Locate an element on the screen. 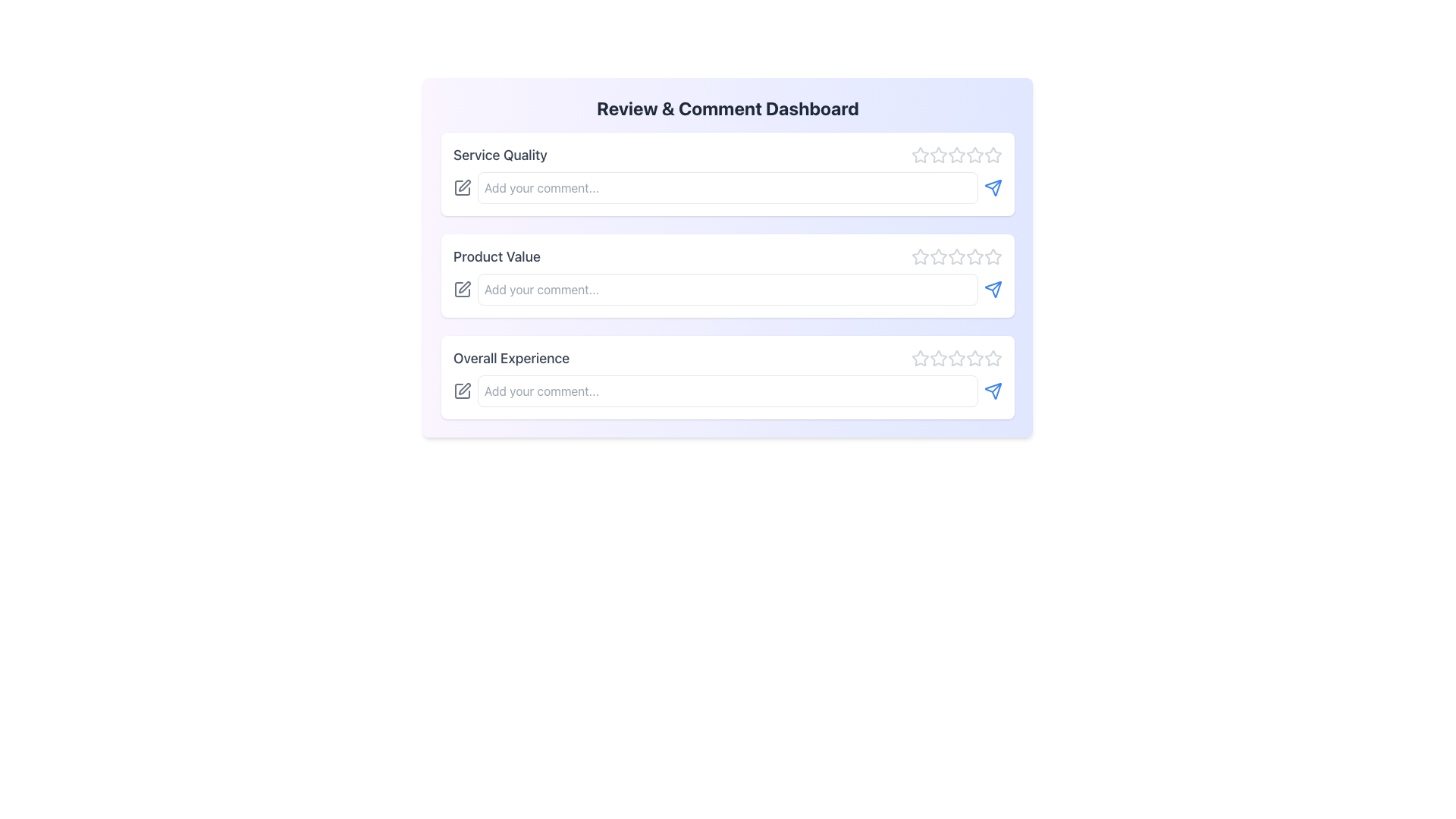 Image resolution: width=1456 pixels, height=819 pixels. the graphic icon symbolizing a pencil overlapped with a square, located adjacent to the 'Service Quality' label, intended for editing or commenting is located at coordinates (464, 185).